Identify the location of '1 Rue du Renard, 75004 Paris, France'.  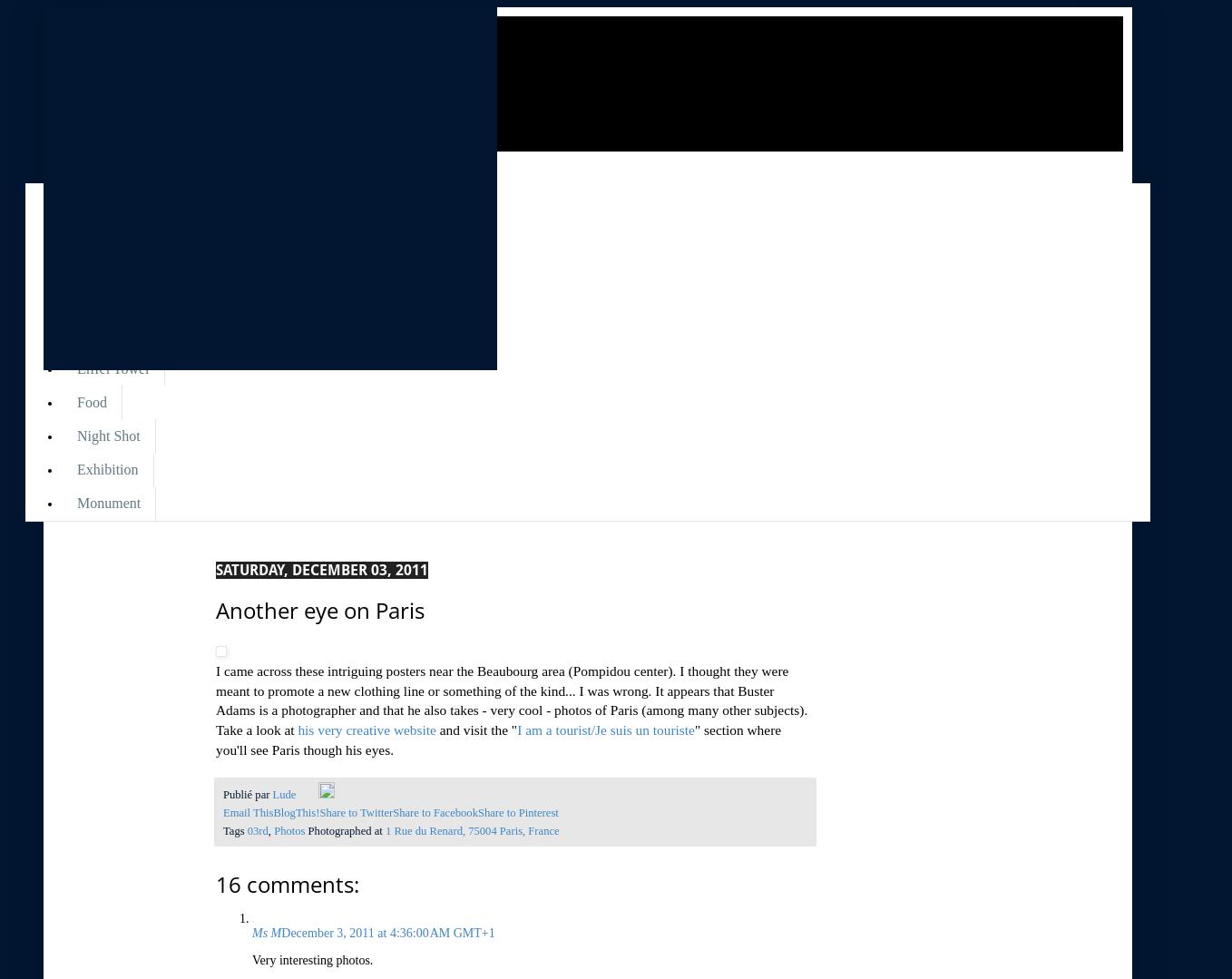
(470, 830).